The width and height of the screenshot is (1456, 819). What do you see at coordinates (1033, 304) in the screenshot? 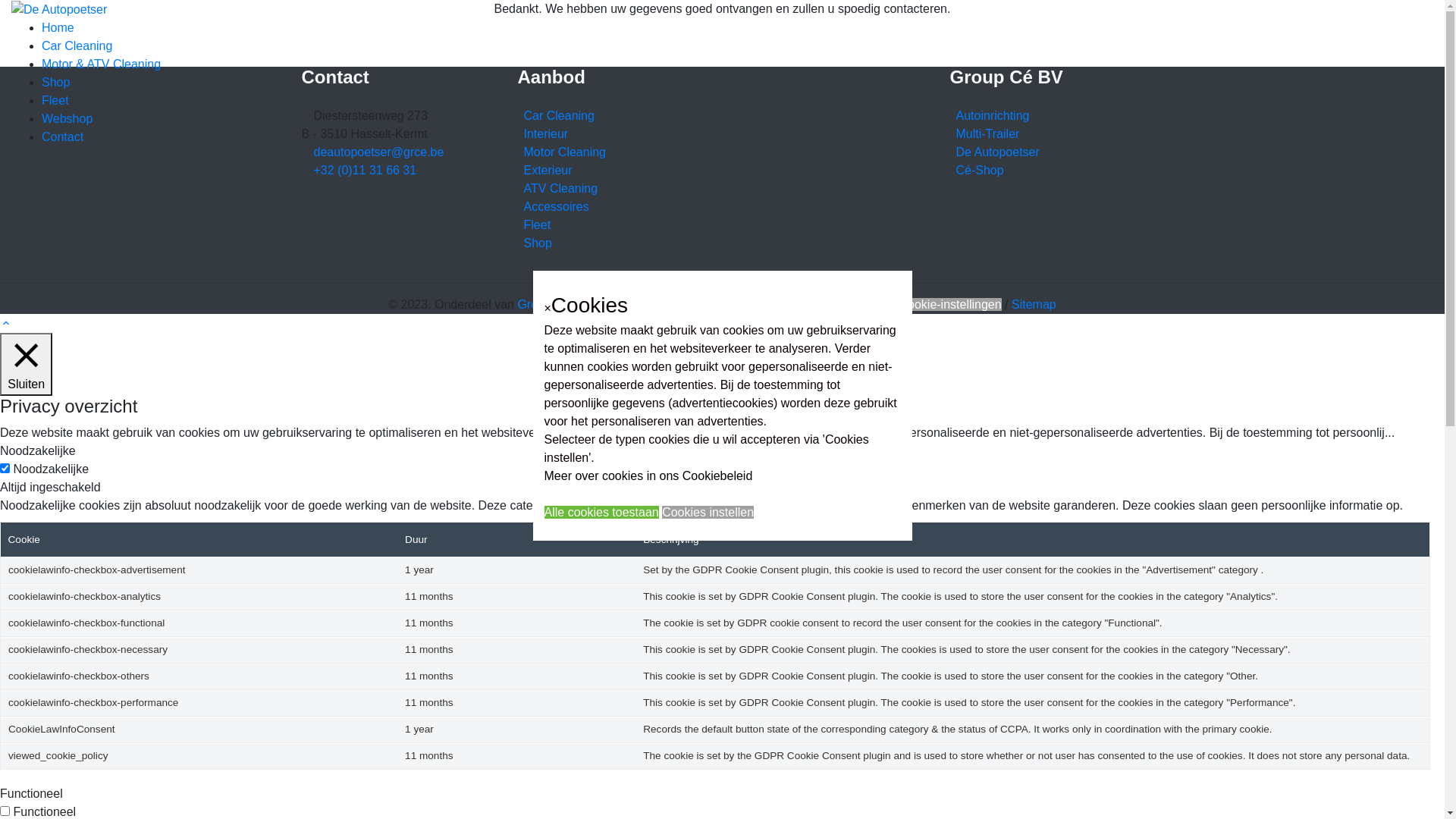
I see `'Sitemap'` at bounding box center [1033, 304].